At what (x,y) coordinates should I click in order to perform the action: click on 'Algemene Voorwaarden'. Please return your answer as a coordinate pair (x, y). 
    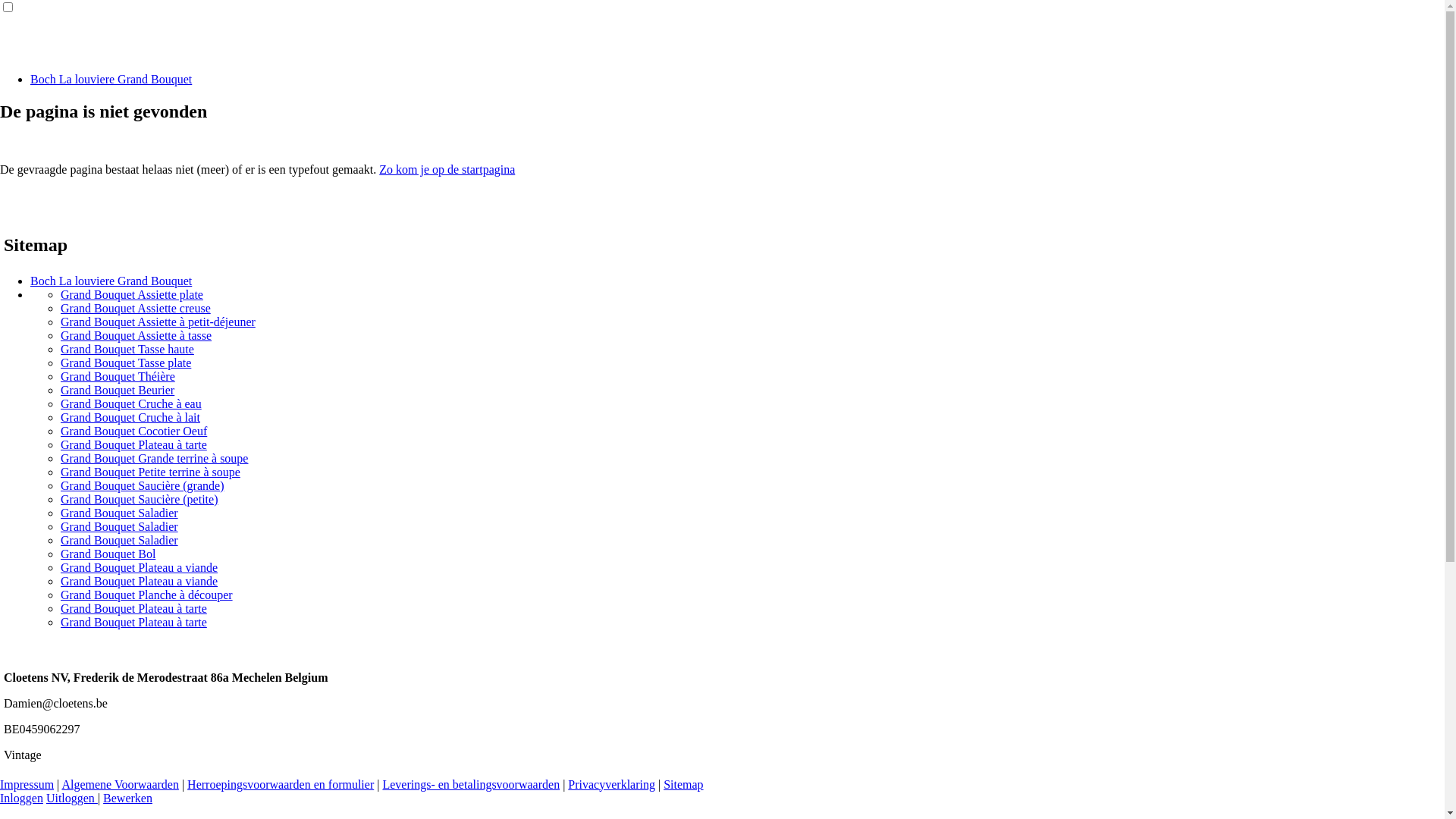
    Looking at the image, I should click on (119, 784).